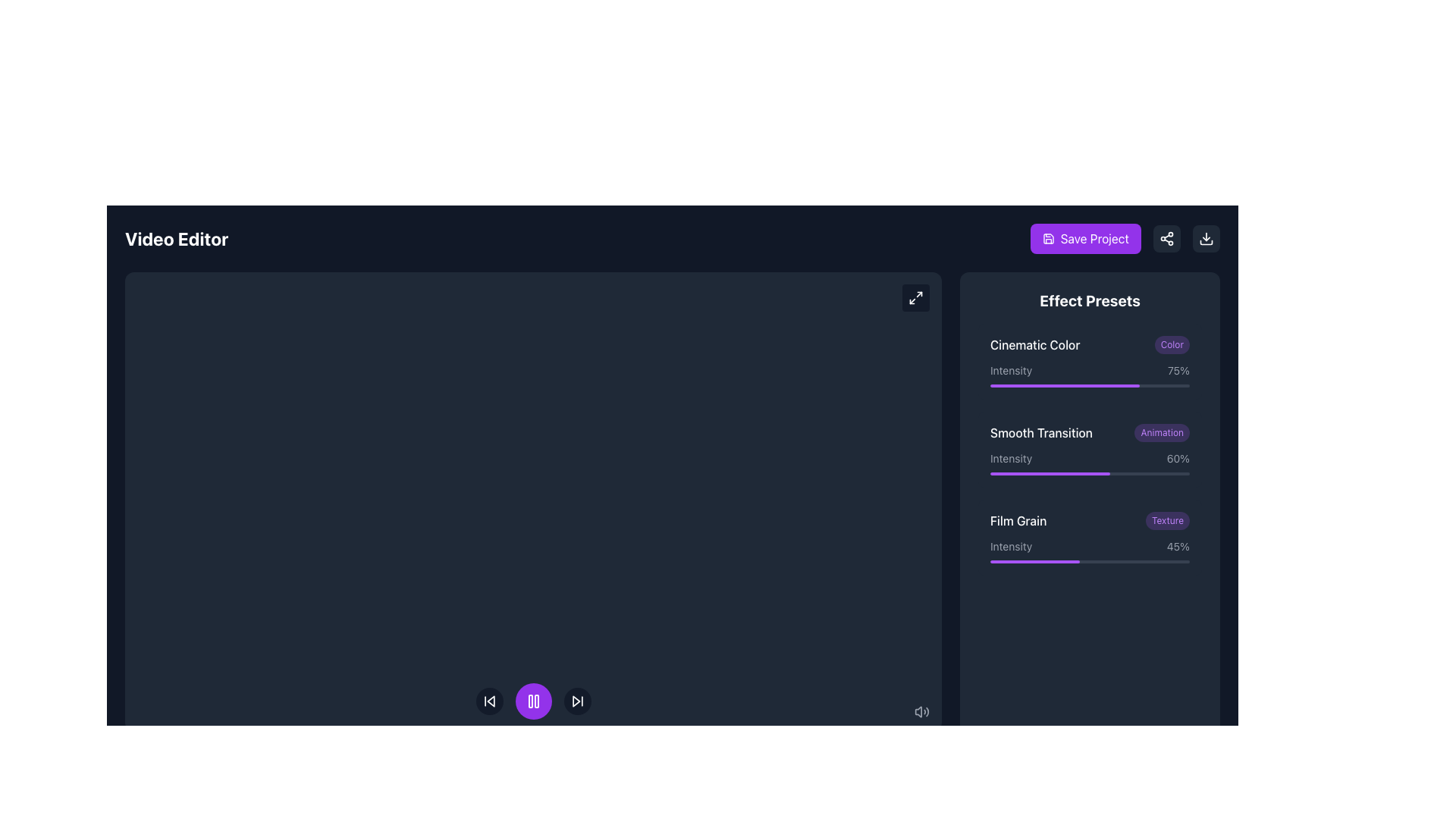 The width and height of the screenshot is (1456, 819). I want to click on the text label indicating the intensity level for the 'Cinematic Color' effect, located under the 'Effect Presets' section on the right sidebar, so click(1178, 371).